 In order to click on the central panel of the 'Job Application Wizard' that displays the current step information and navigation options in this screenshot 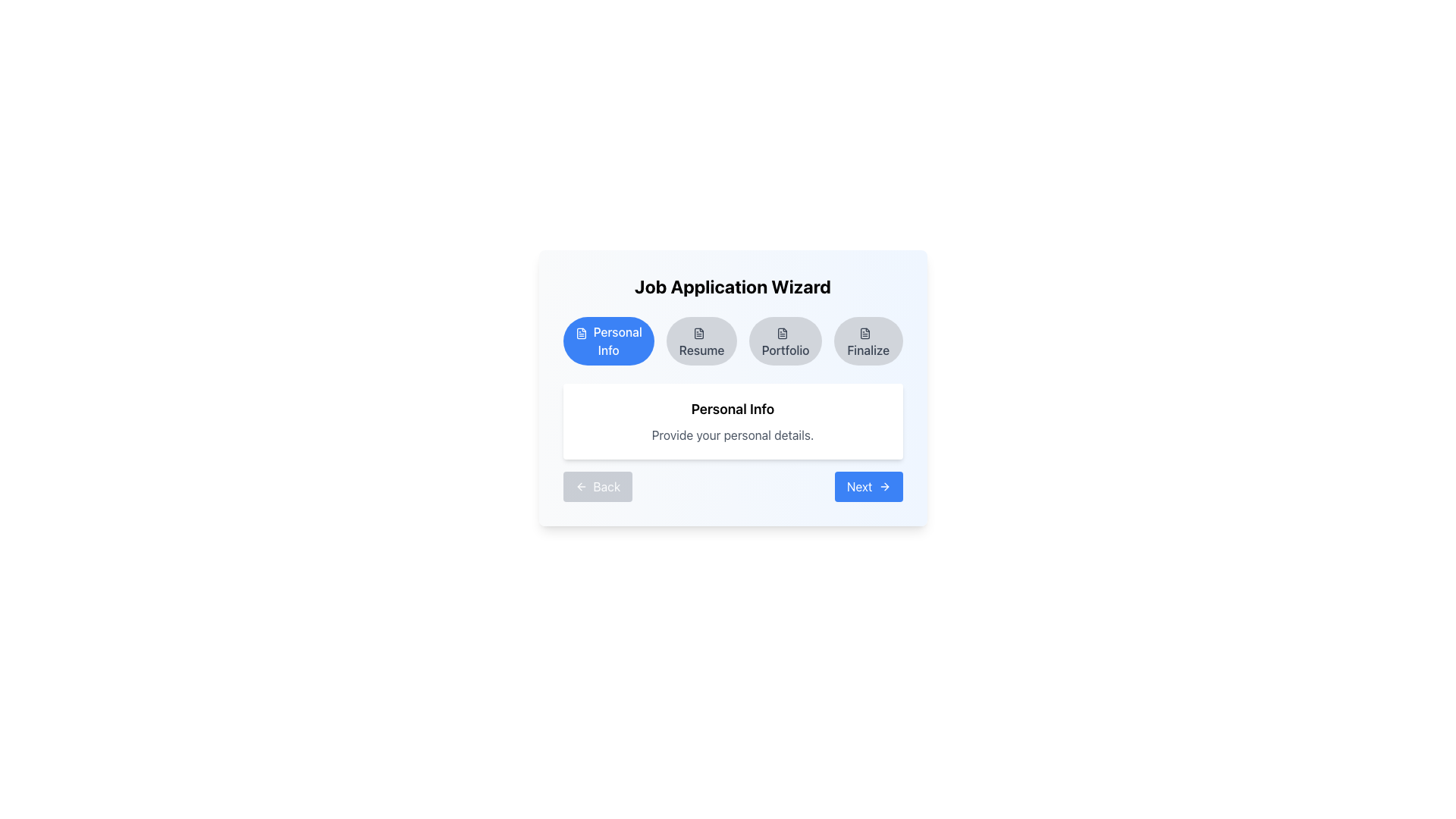, I will do `click(733, 388)`.